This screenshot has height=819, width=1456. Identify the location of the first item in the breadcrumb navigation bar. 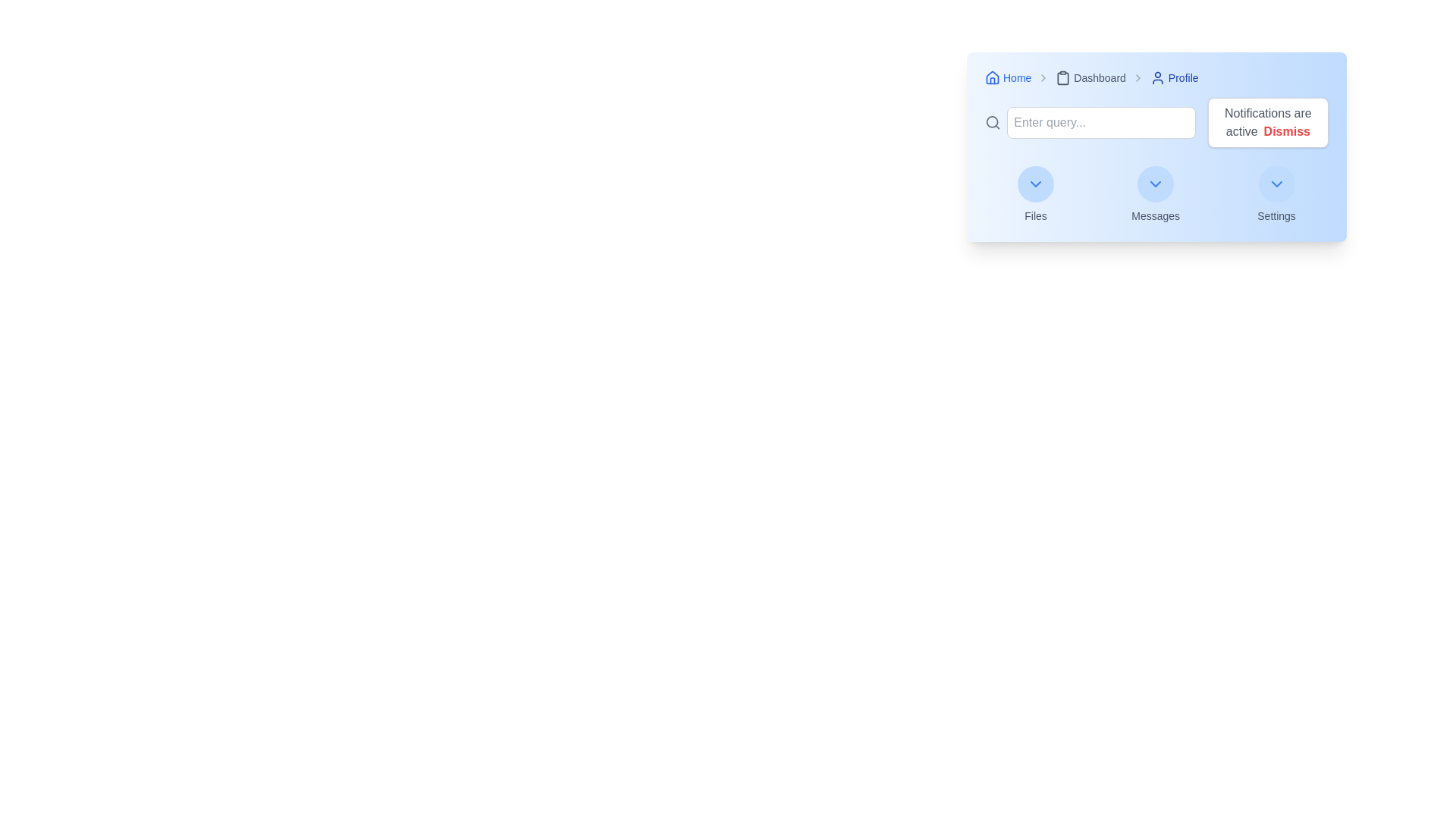
(1008, 78).